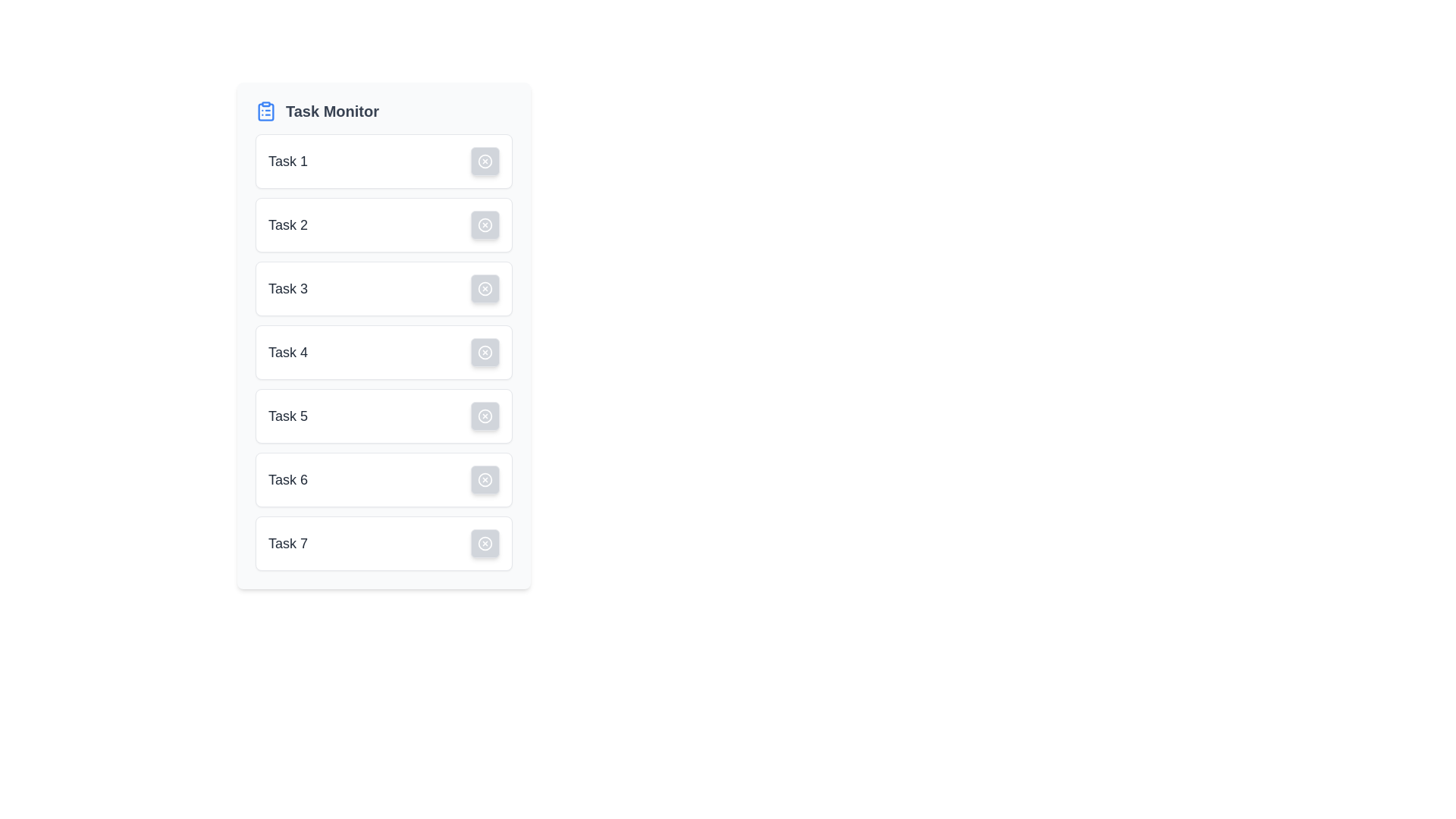  What do you see at coordinates (484, 416) in the screenshot?
I see `the core circle of the 'X' icon associated with 'Task 5' in the 'Task Monitor' interface` at bounding box center [484, 416].